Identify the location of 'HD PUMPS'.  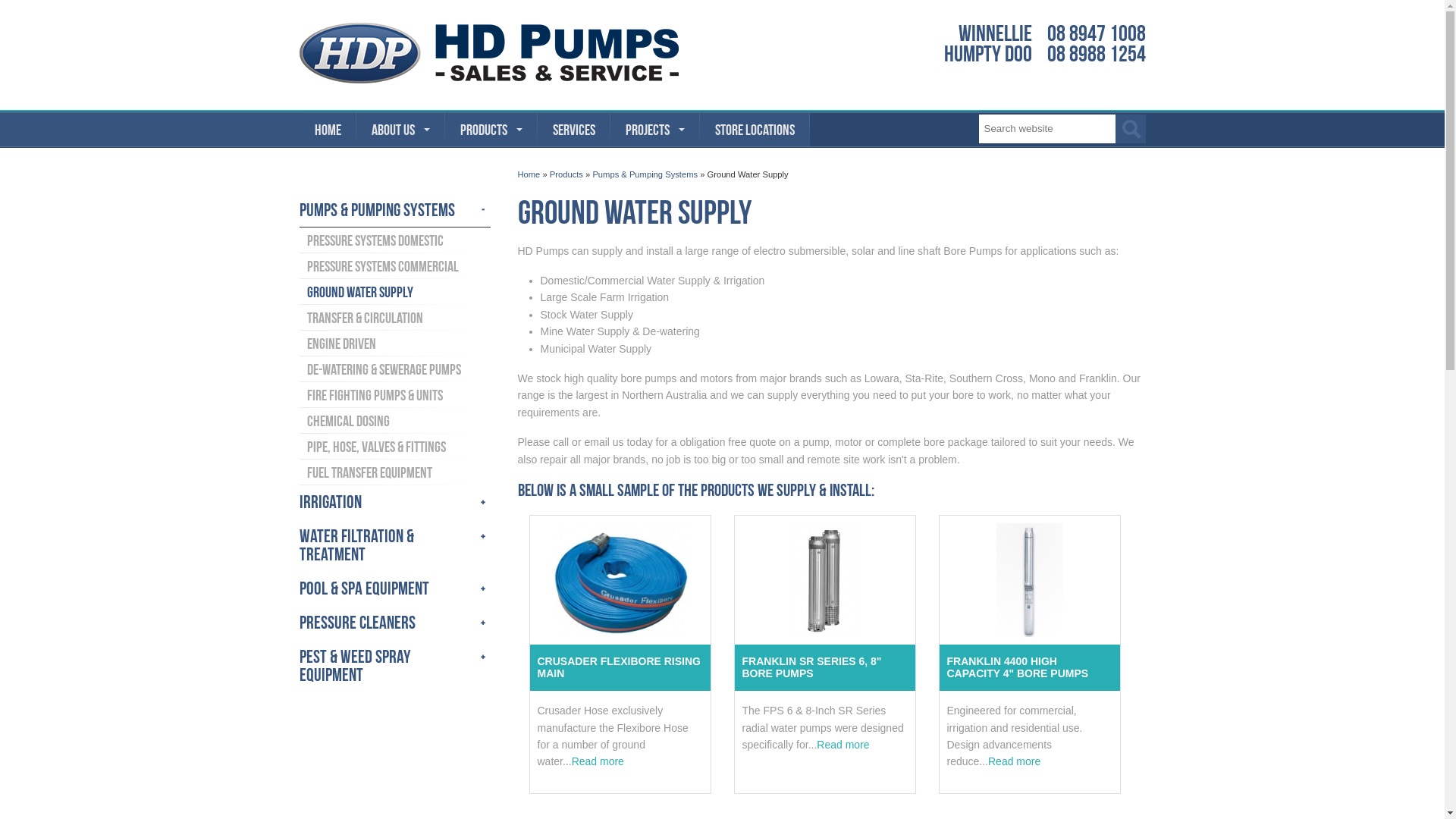
(488, 52).